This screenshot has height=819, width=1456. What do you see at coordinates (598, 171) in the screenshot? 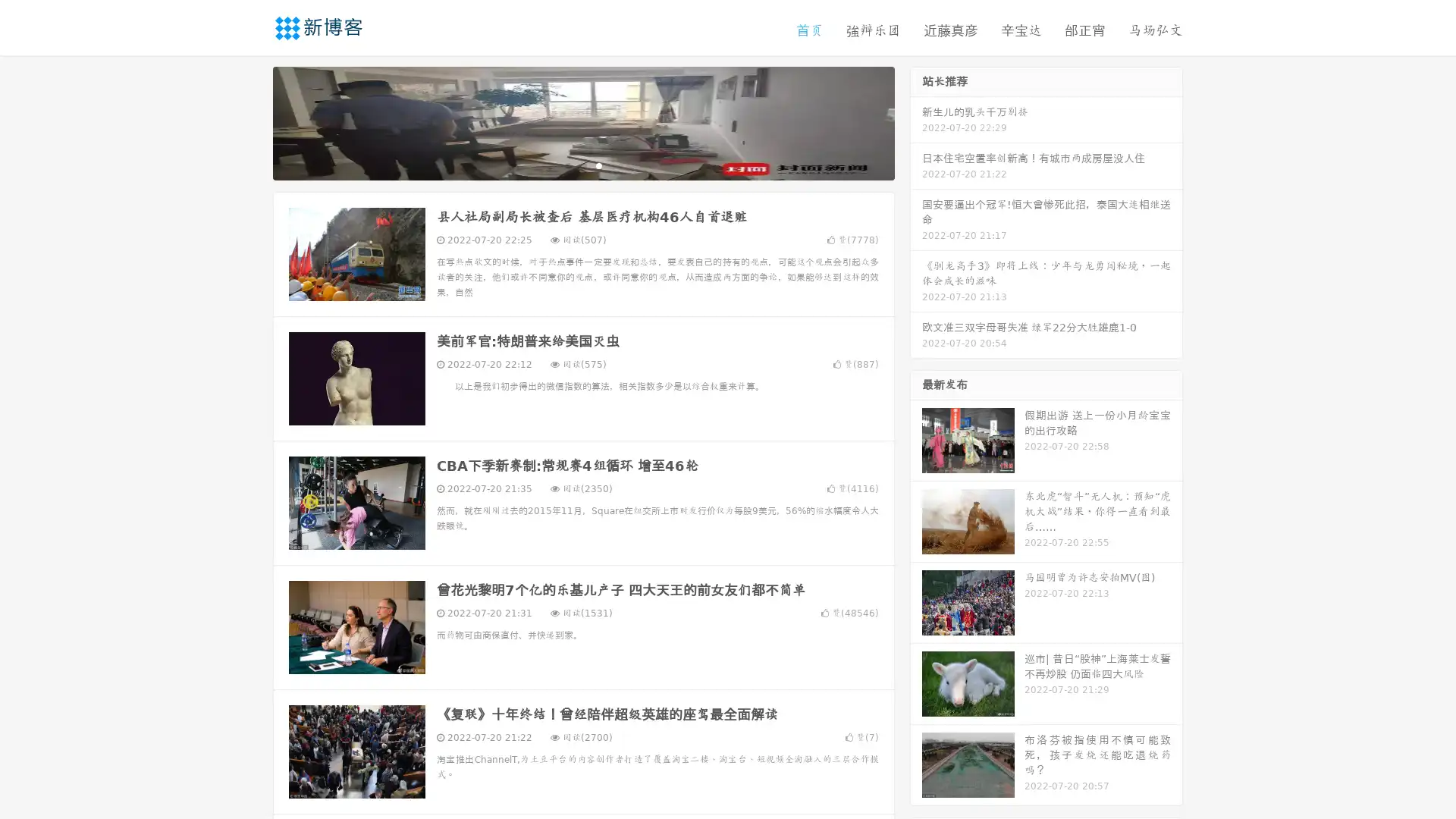
I see `Go to slide 3` at bounding box center [598, 171].